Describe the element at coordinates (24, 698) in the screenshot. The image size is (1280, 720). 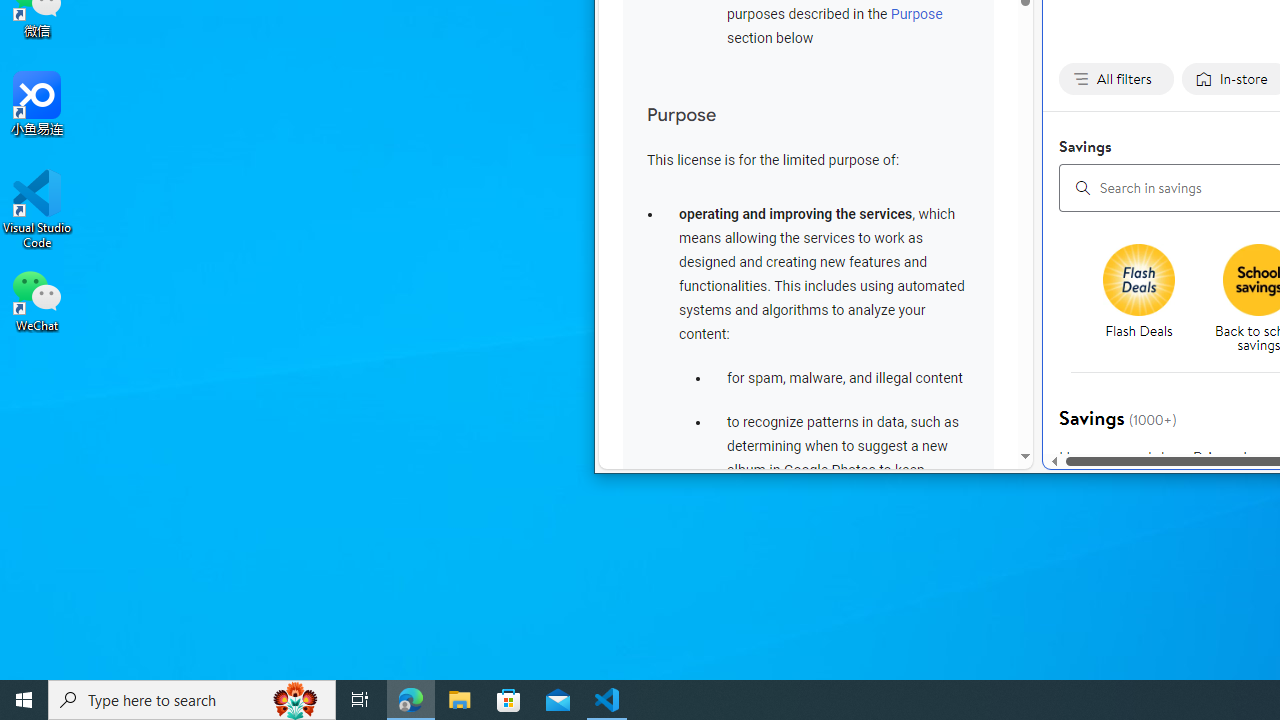
I see `'Start'` at that location.